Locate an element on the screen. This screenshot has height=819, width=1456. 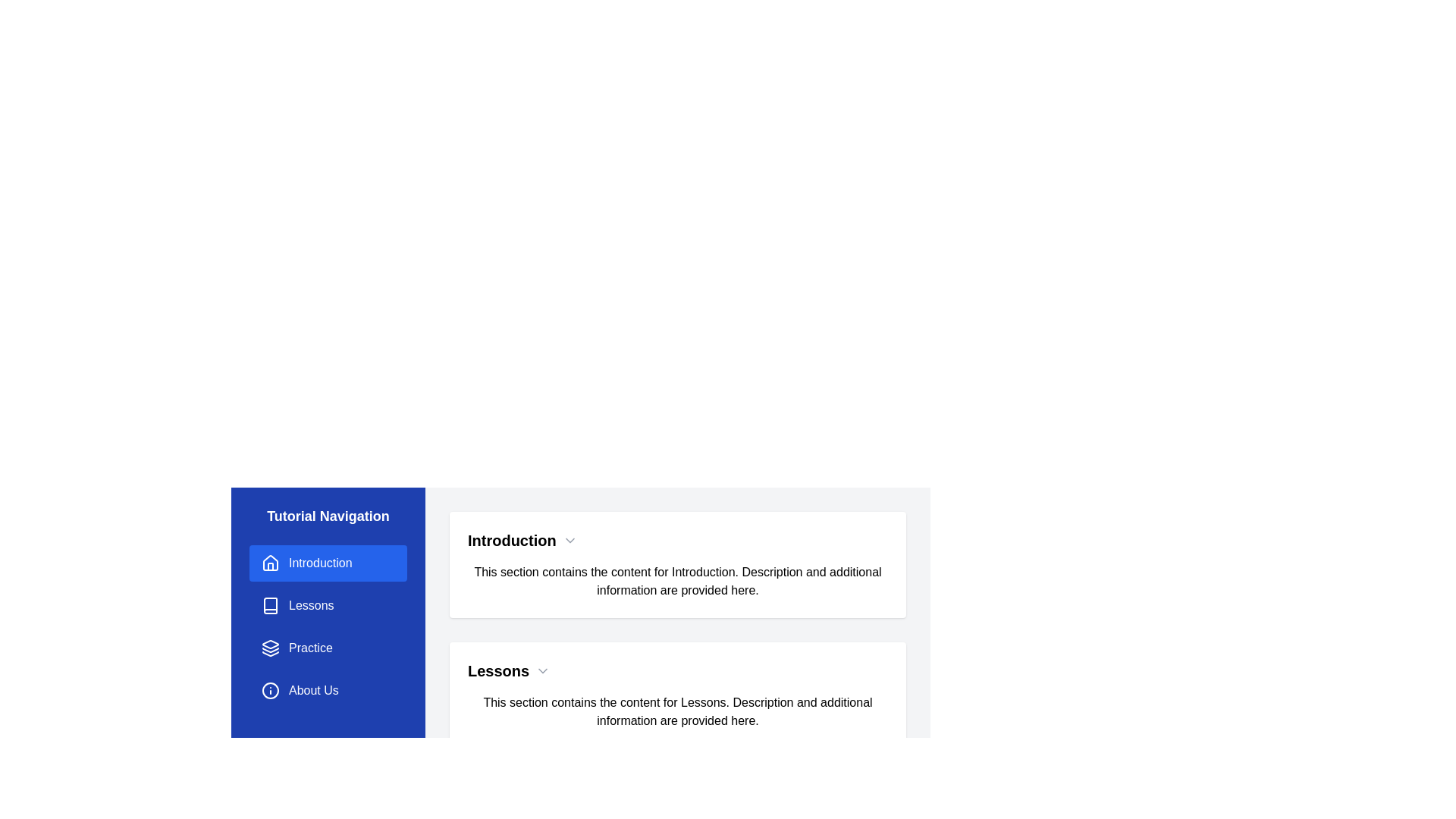
the navigation button labeled 'Introduction' with a blue background and white text to trigger hover effects is located at coordinates (327, 563).